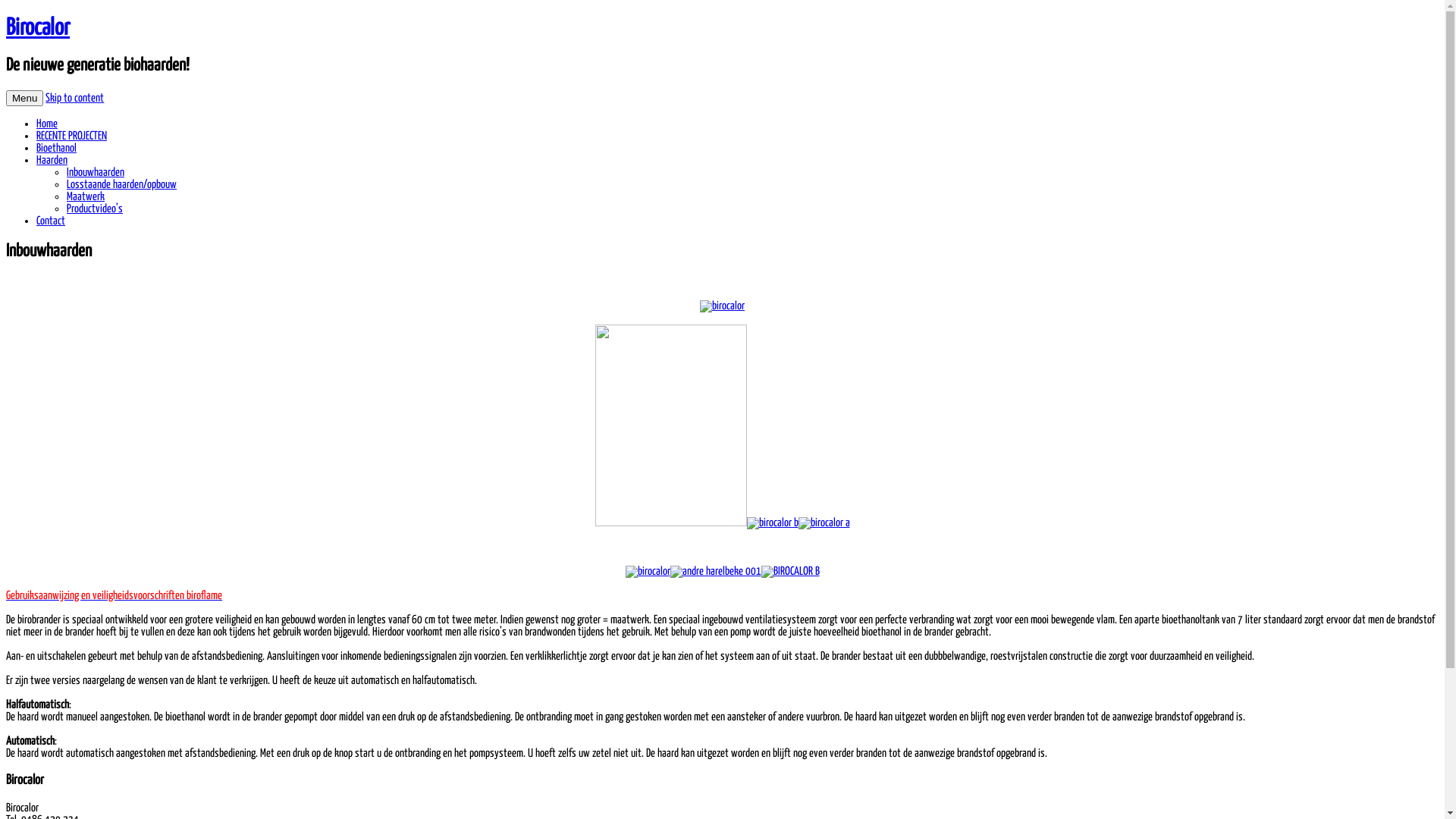  What do you see at coordinates (74, 98) in the screenshot?
I see `'Skip to content'` at bounding box center [74, 98].